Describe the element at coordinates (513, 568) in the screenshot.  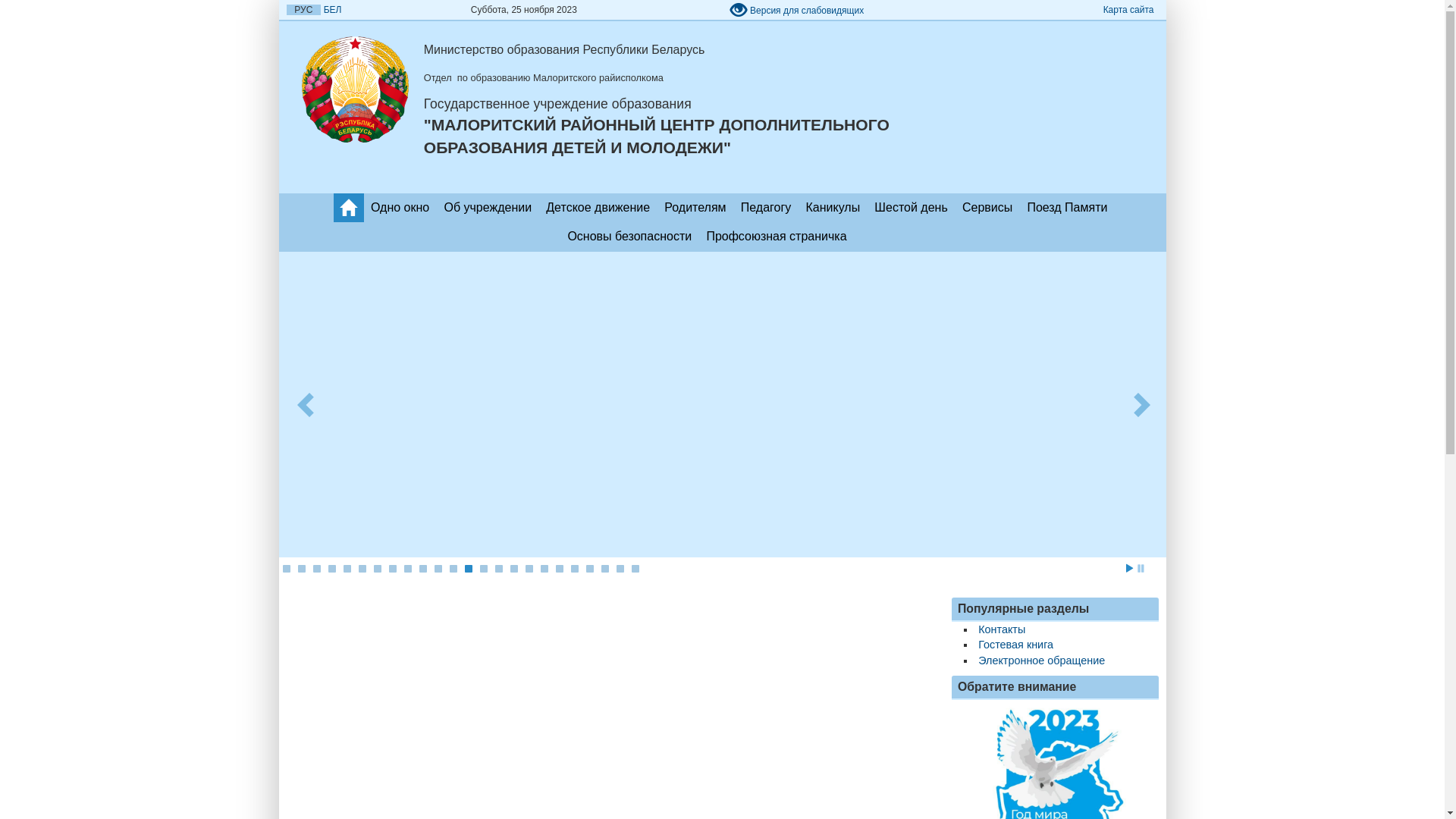
I see `'16'` at that location.